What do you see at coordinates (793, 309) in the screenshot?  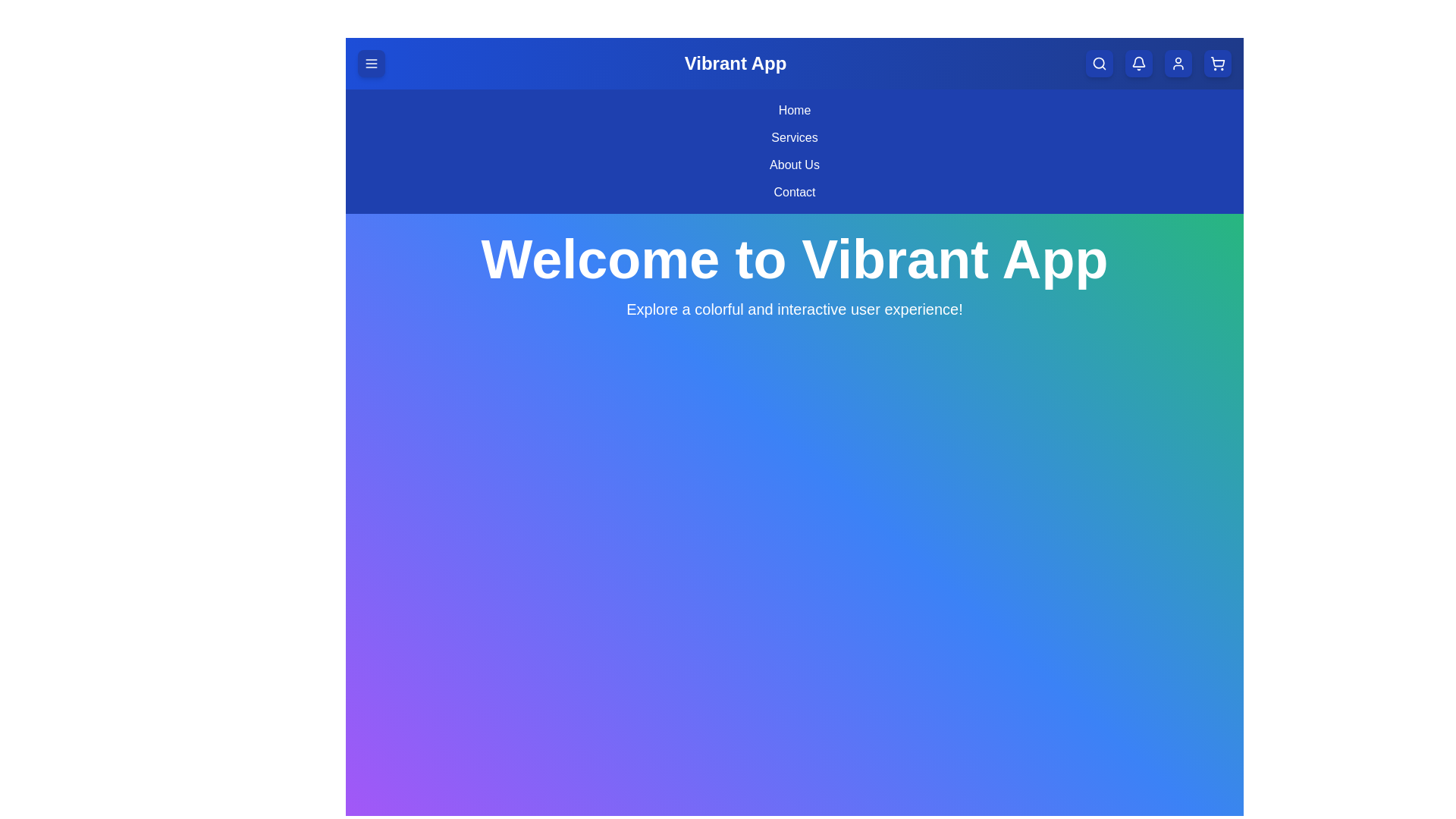 I see `the description text area below the main heading` at bounding box center [793, 309].